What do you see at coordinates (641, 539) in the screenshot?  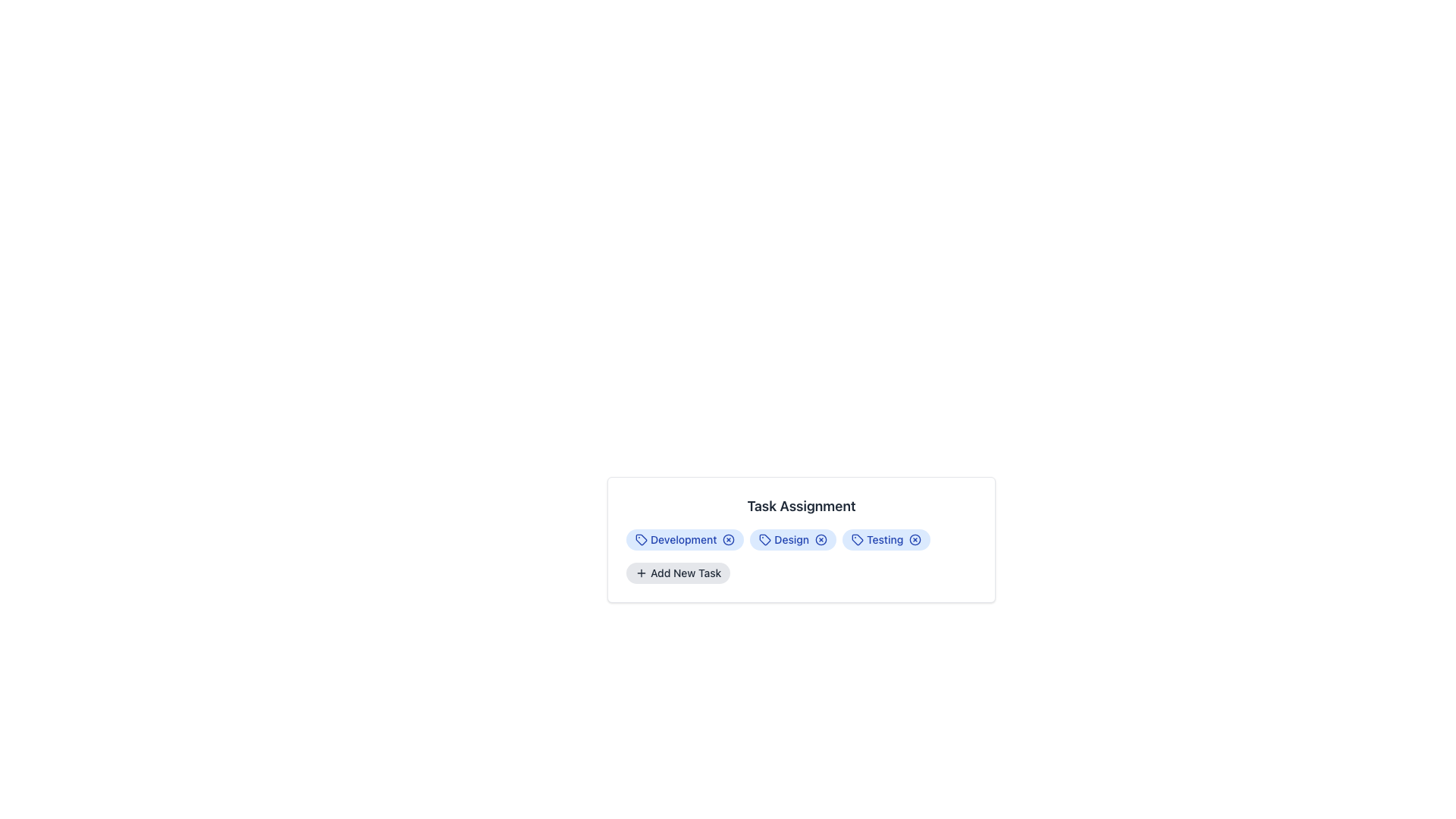 I see `the tag icon with a blue outline located next to the 'Development' label in the task assignment section` at bounding box center [641, 539].